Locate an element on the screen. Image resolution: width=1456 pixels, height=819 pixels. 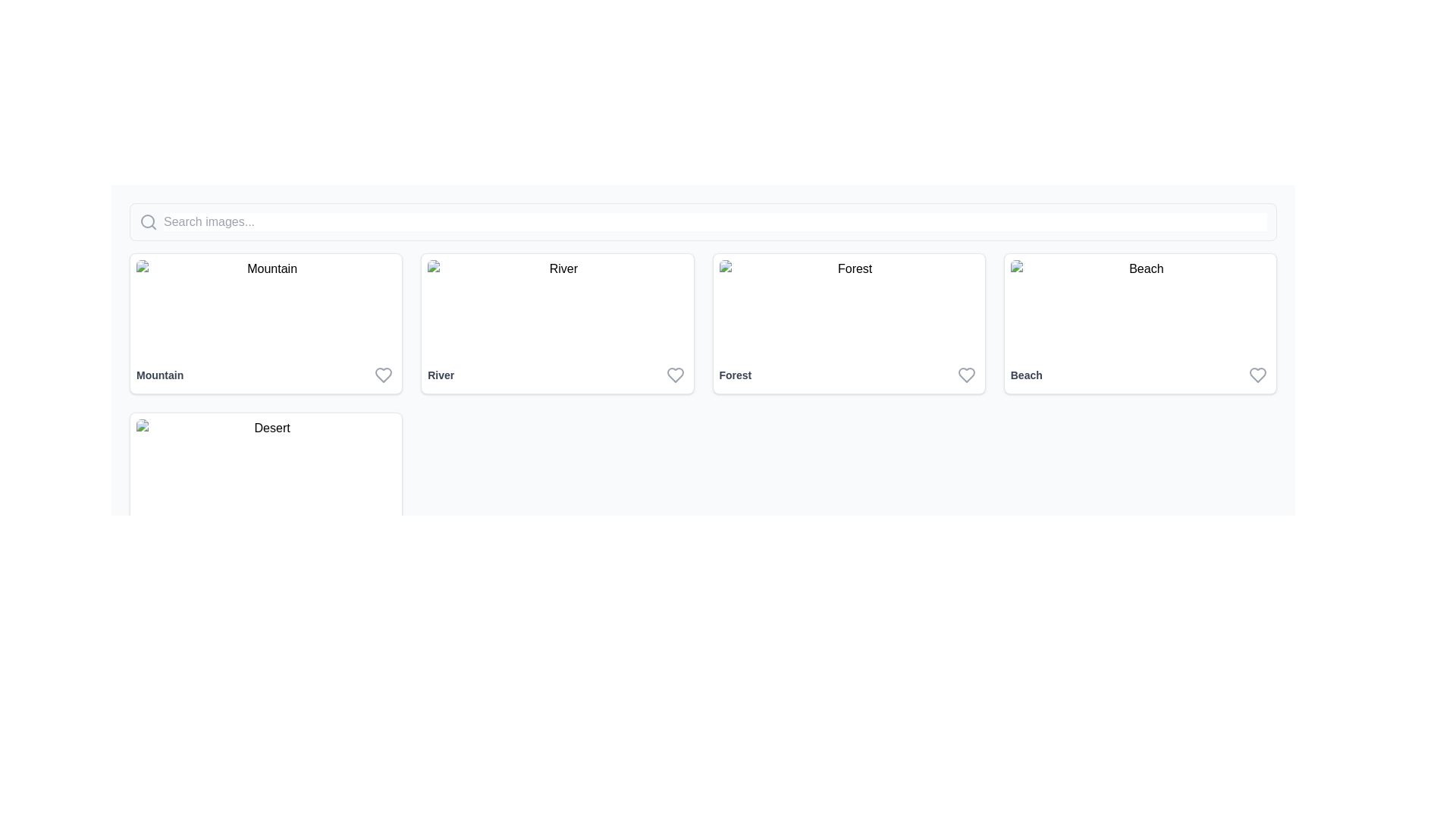
the 'Desert' card located in the bottom row, leftmost column of the grid layout is located at coordinates (266, 482).